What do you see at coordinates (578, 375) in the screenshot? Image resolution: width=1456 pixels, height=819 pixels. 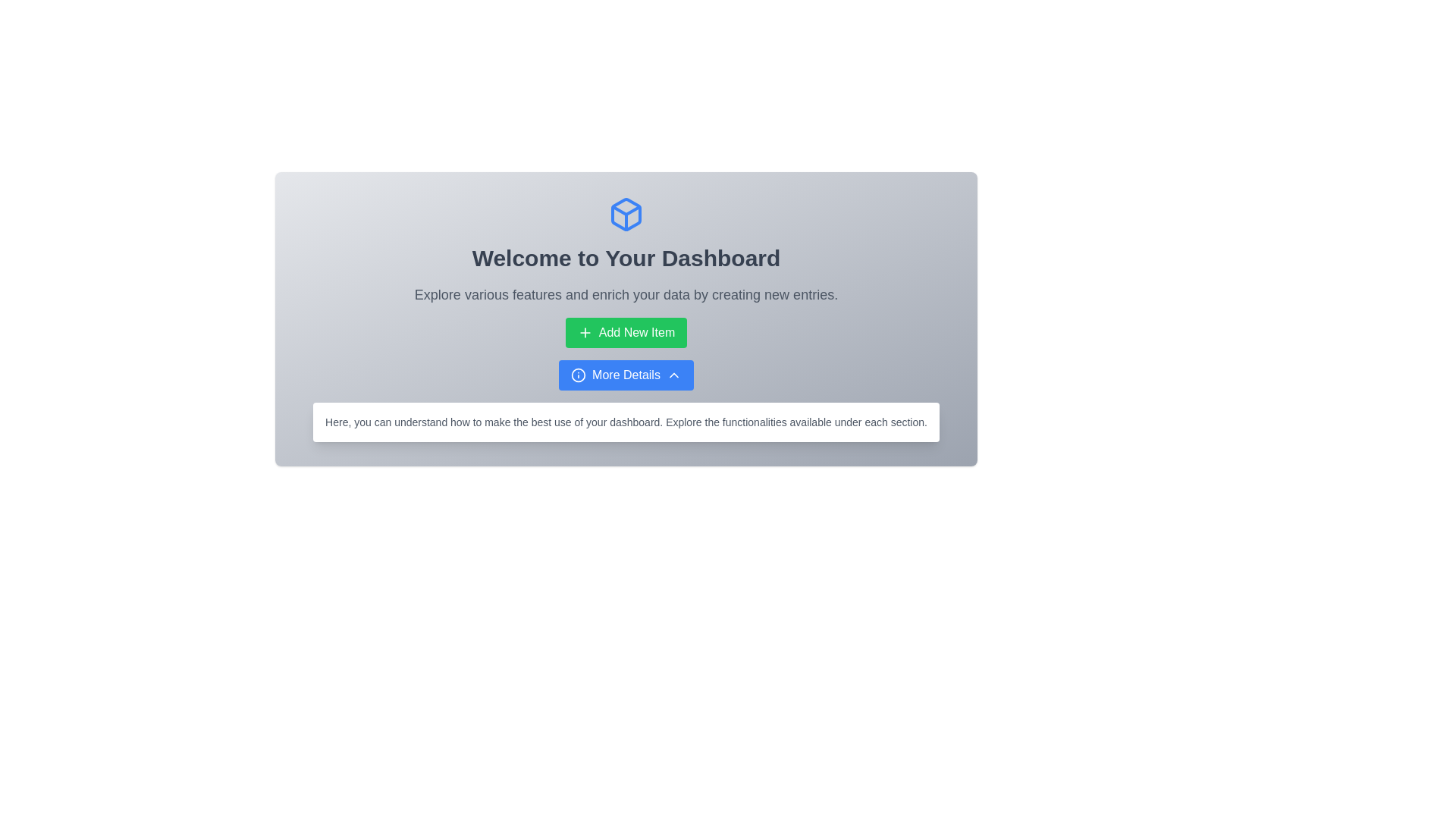 I see `the central SVG Circle graphic that visually represents part of the information symbol, located above the 'More Details' button` at bounding box center [578, 375].